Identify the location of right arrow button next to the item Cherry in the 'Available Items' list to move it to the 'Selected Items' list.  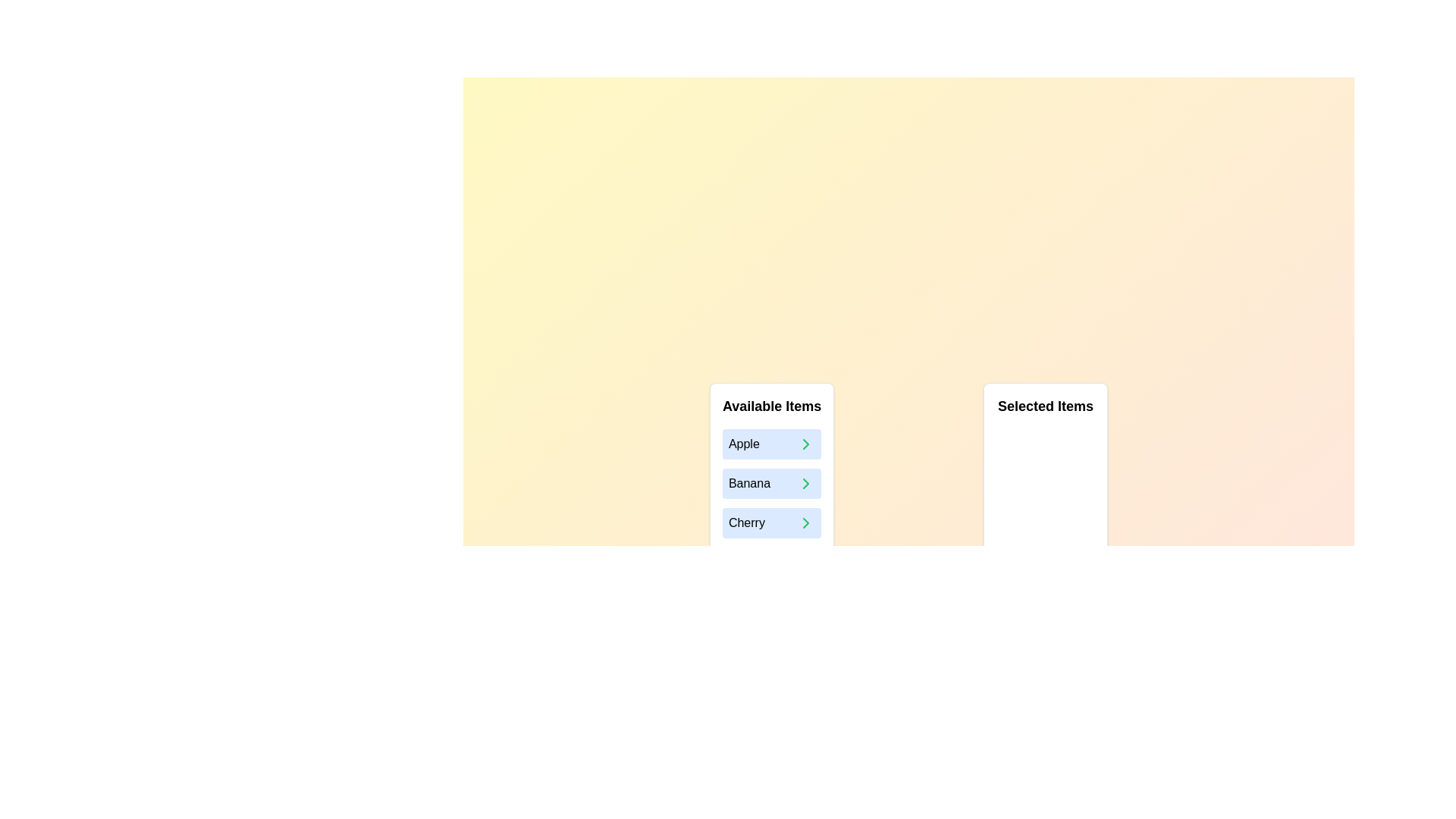
(805, 522).